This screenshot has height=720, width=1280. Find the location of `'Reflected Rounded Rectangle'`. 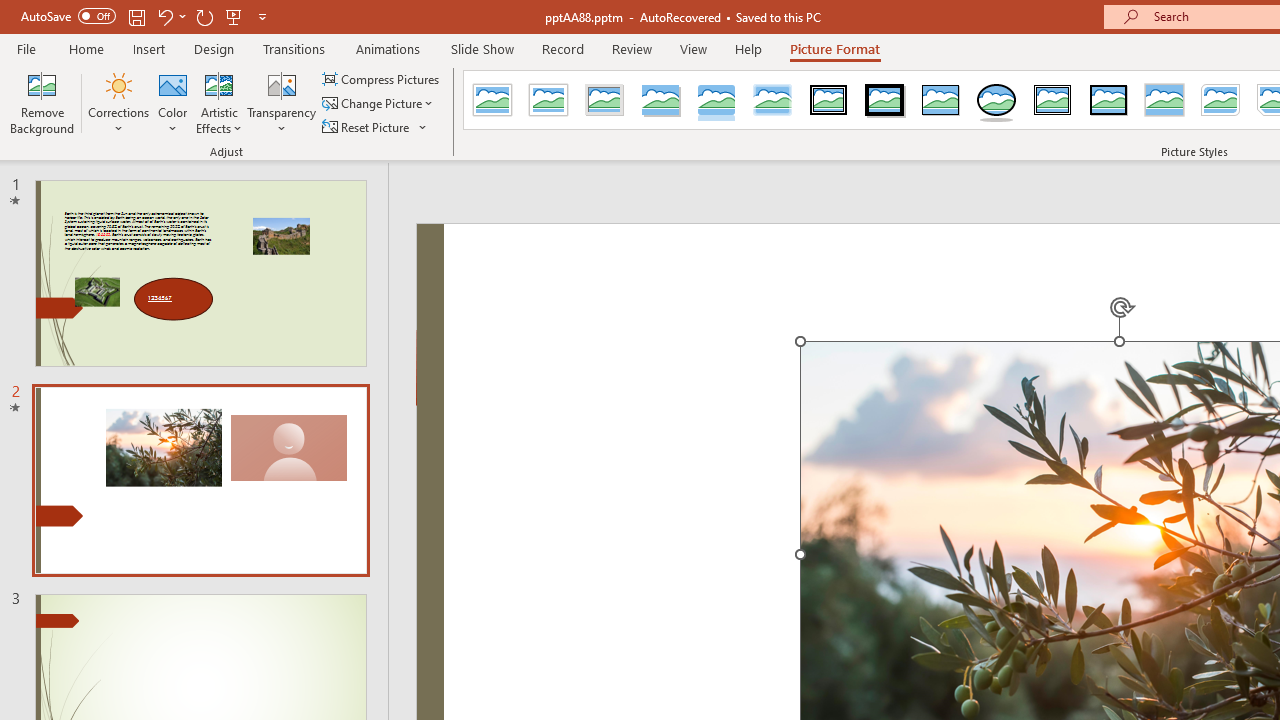

'Reflected Rounded Rectangle' is located at coordinates (716, 100).